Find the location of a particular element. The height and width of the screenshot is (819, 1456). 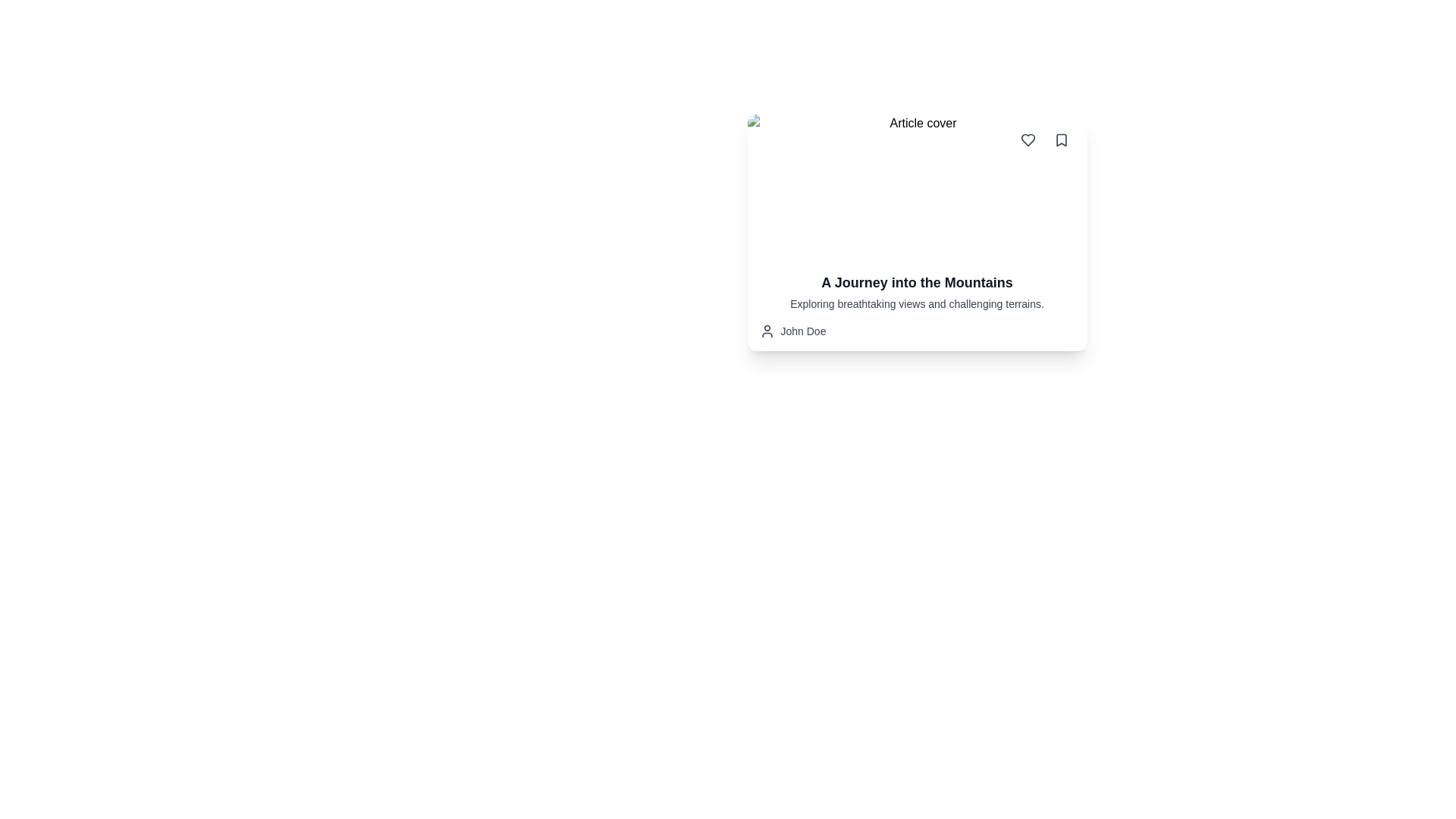

the heart-shaped SVG icon located at the top right of the interactive panel for 'A Journey into the Mountains' to express preference is located at coordinates (1028, 140).